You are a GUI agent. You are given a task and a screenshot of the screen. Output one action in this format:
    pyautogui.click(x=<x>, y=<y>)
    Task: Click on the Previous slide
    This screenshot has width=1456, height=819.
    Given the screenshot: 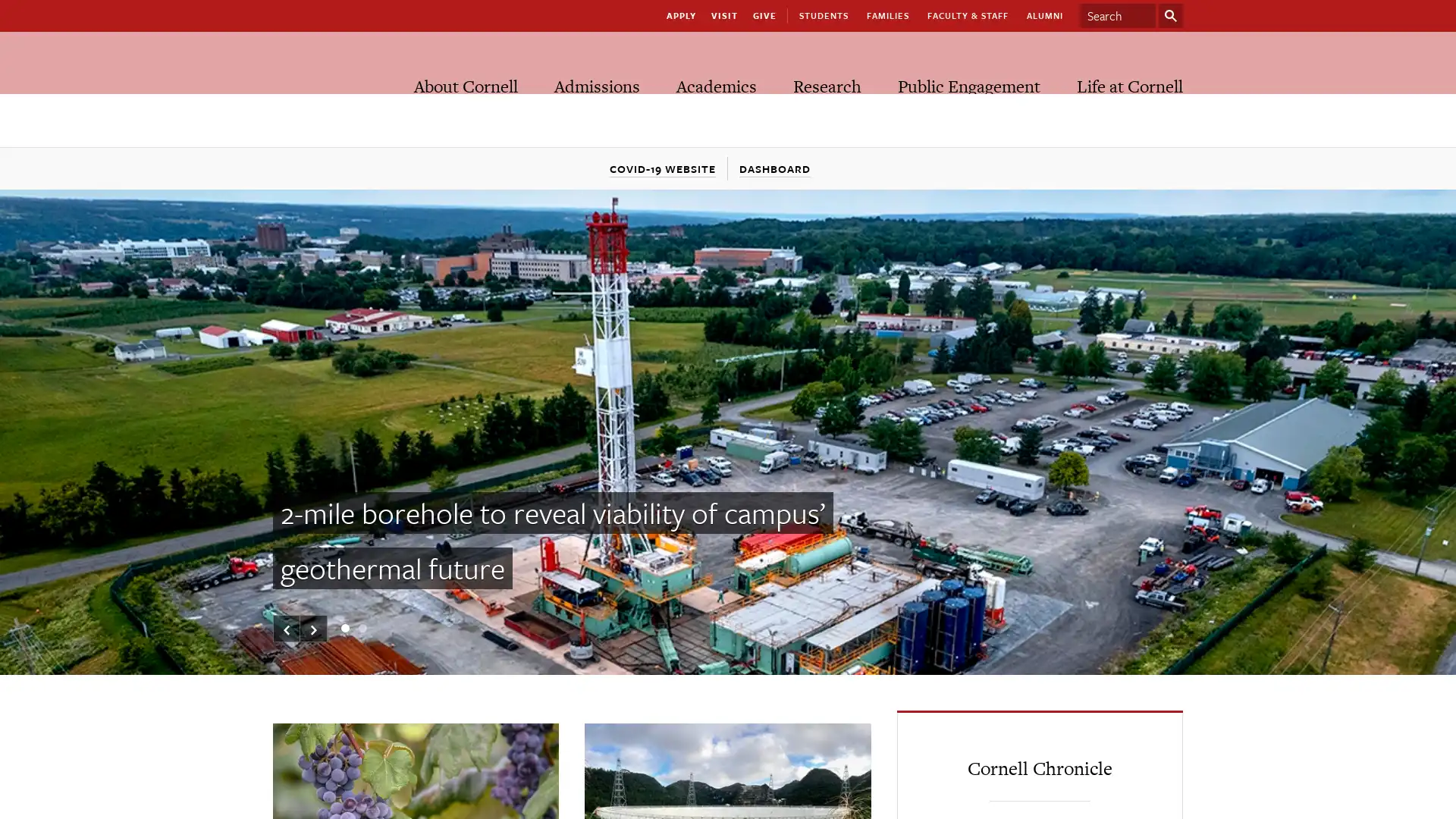 What is the action you would take?
    pyautogui.click(x=287, y=629)
    